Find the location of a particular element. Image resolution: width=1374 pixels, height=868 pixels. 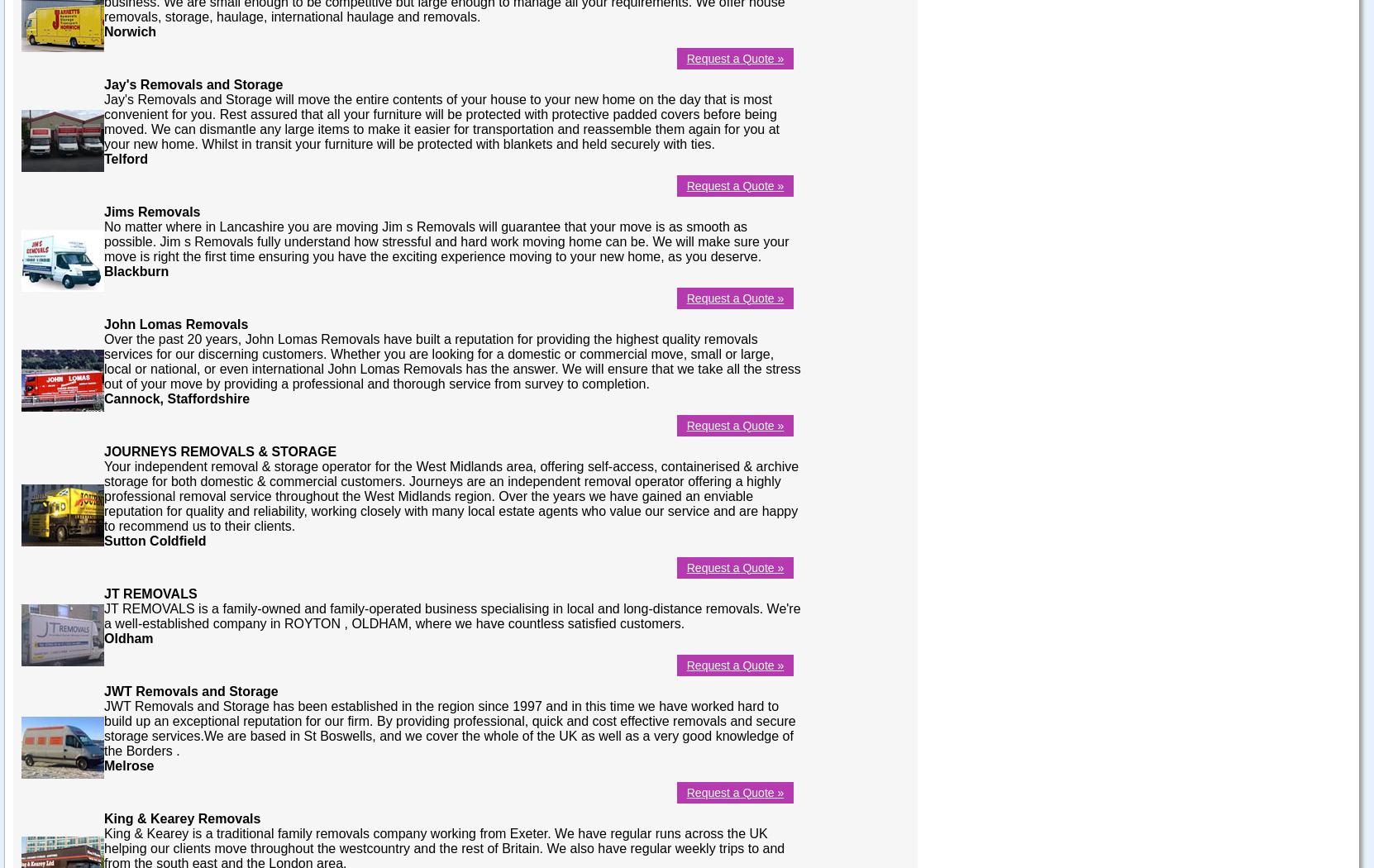

'Melrose' is located at coordinates (129, 765).